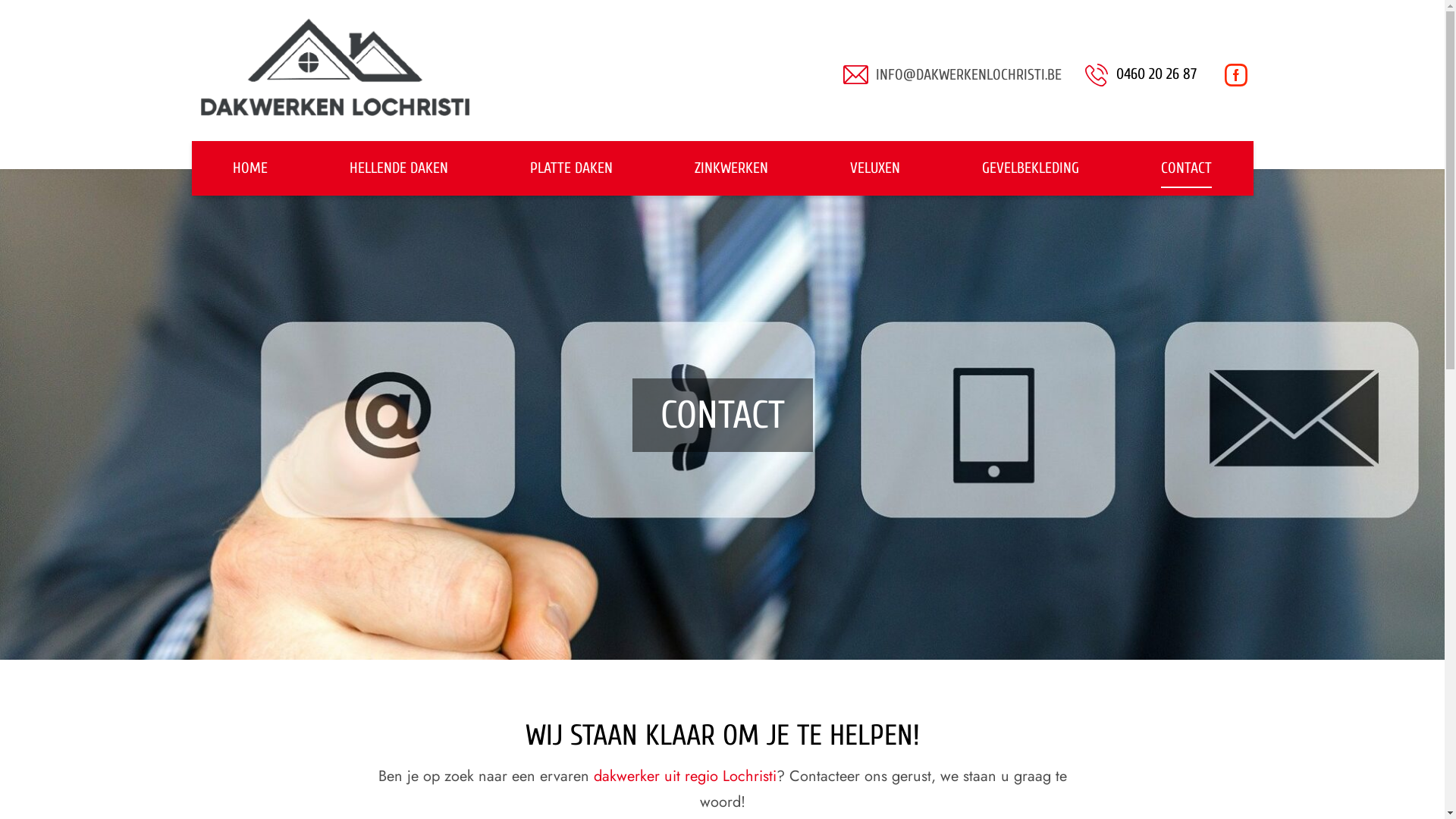  What do you see at coordinates (399, 168) in the screenshot?
I see `'HELLENDE DAKEN'` at bounding box center [399, 168].